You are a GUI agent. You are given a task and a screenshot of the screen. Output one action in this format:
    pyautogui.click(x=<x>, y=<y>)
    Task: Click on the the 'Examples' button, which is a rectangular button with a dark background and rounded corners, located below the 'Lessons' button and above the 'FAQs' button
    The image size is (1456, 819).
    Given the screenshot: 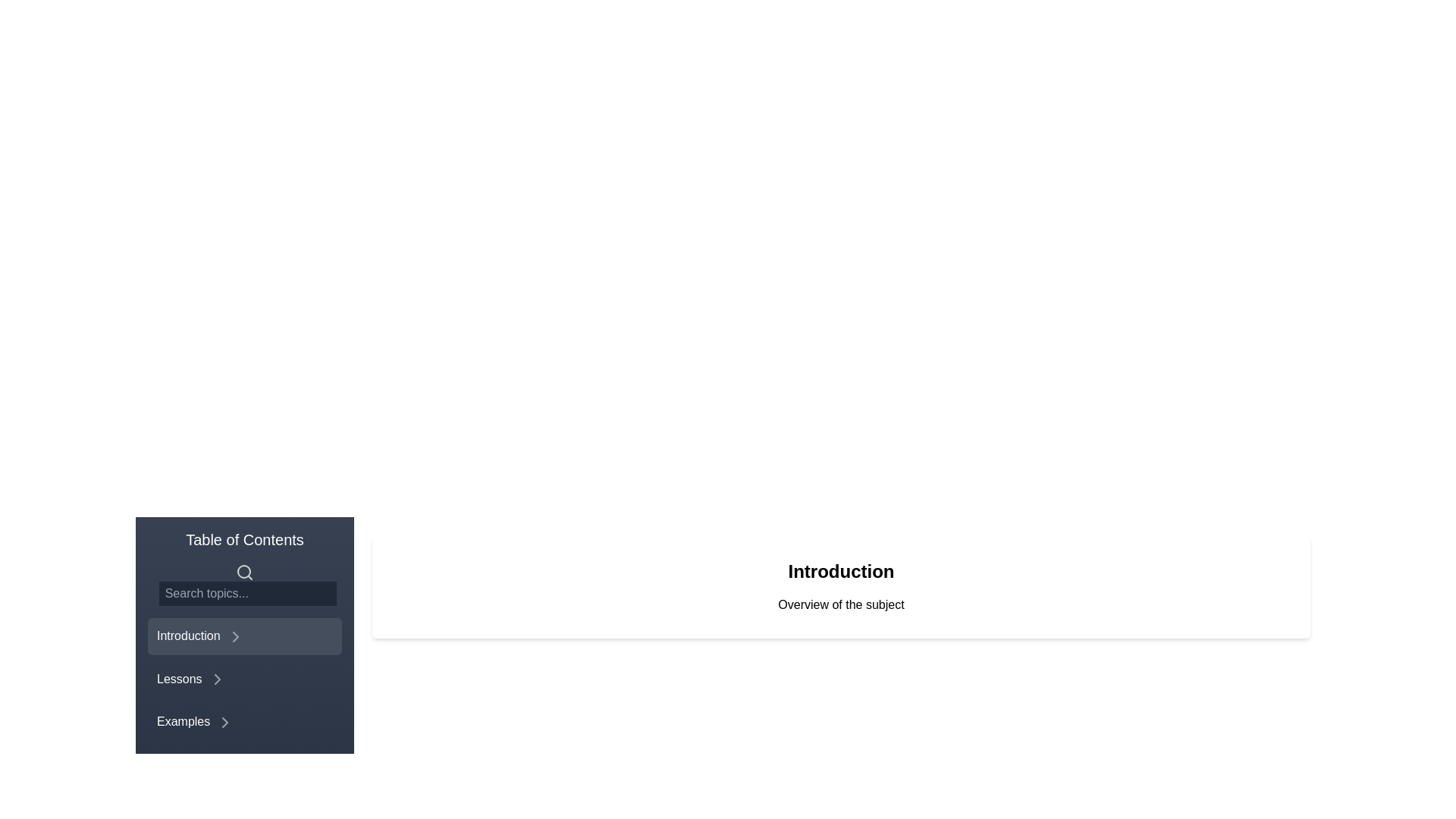 What is the action you would take?
    pyautogui.click(x=244, y=721)
    